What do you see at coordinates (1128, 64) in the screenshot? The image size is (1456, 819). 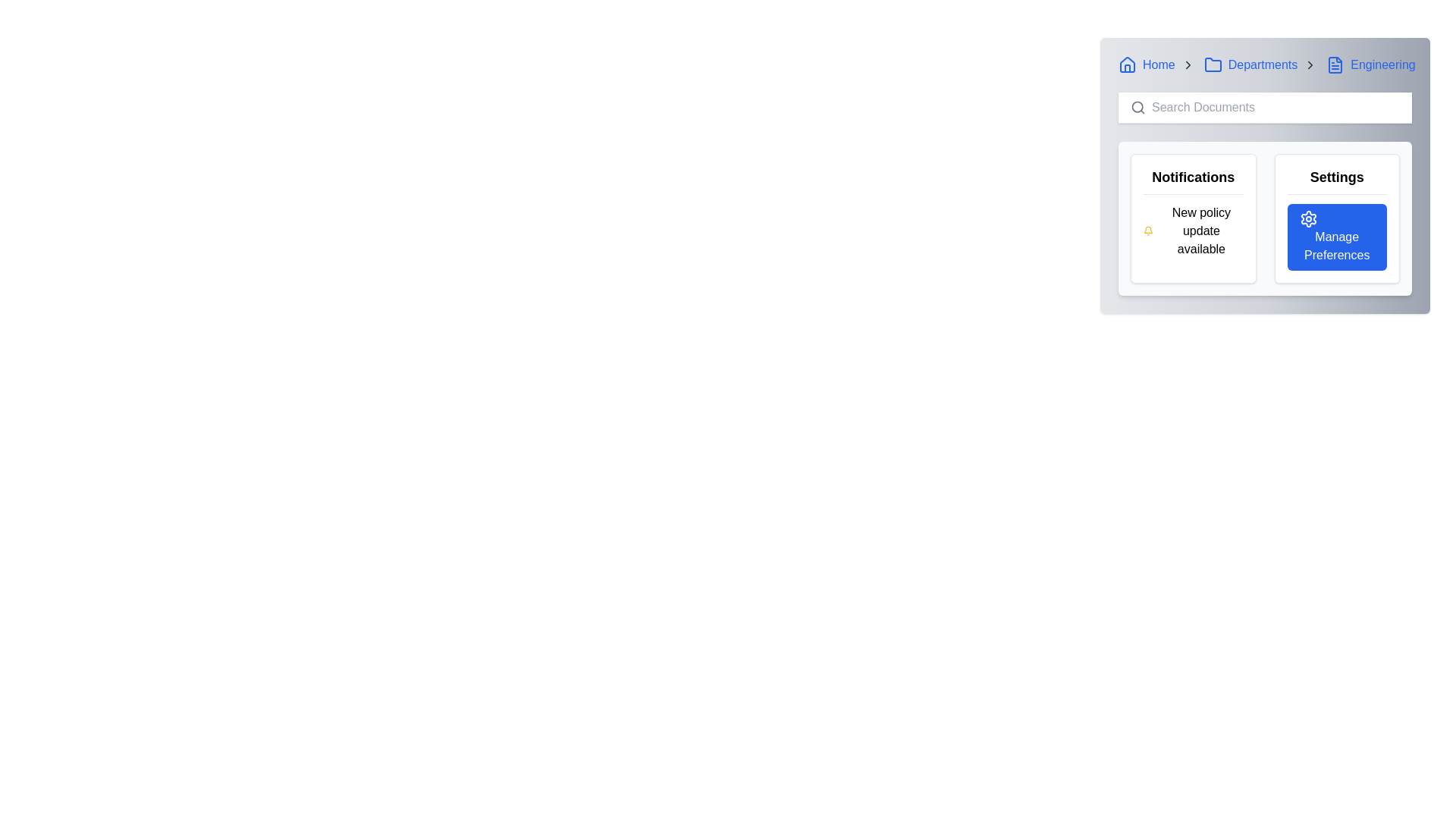 I see `the house icon in the breadcrumb navigation bar` at bounding box center [1128, 64].